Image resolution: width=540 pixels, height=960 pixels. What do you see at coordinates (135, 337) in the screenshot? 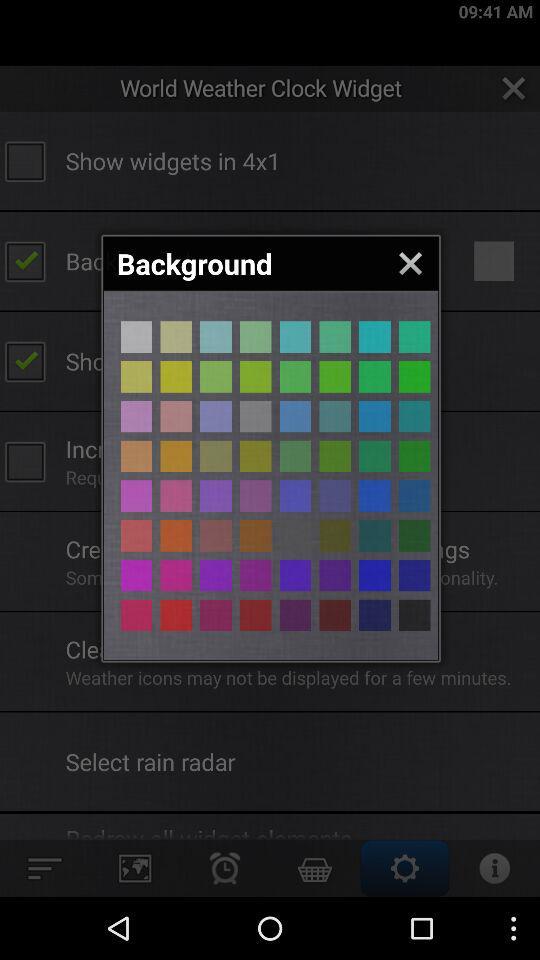
I see `choose that color` at bounding box center [135, 337].